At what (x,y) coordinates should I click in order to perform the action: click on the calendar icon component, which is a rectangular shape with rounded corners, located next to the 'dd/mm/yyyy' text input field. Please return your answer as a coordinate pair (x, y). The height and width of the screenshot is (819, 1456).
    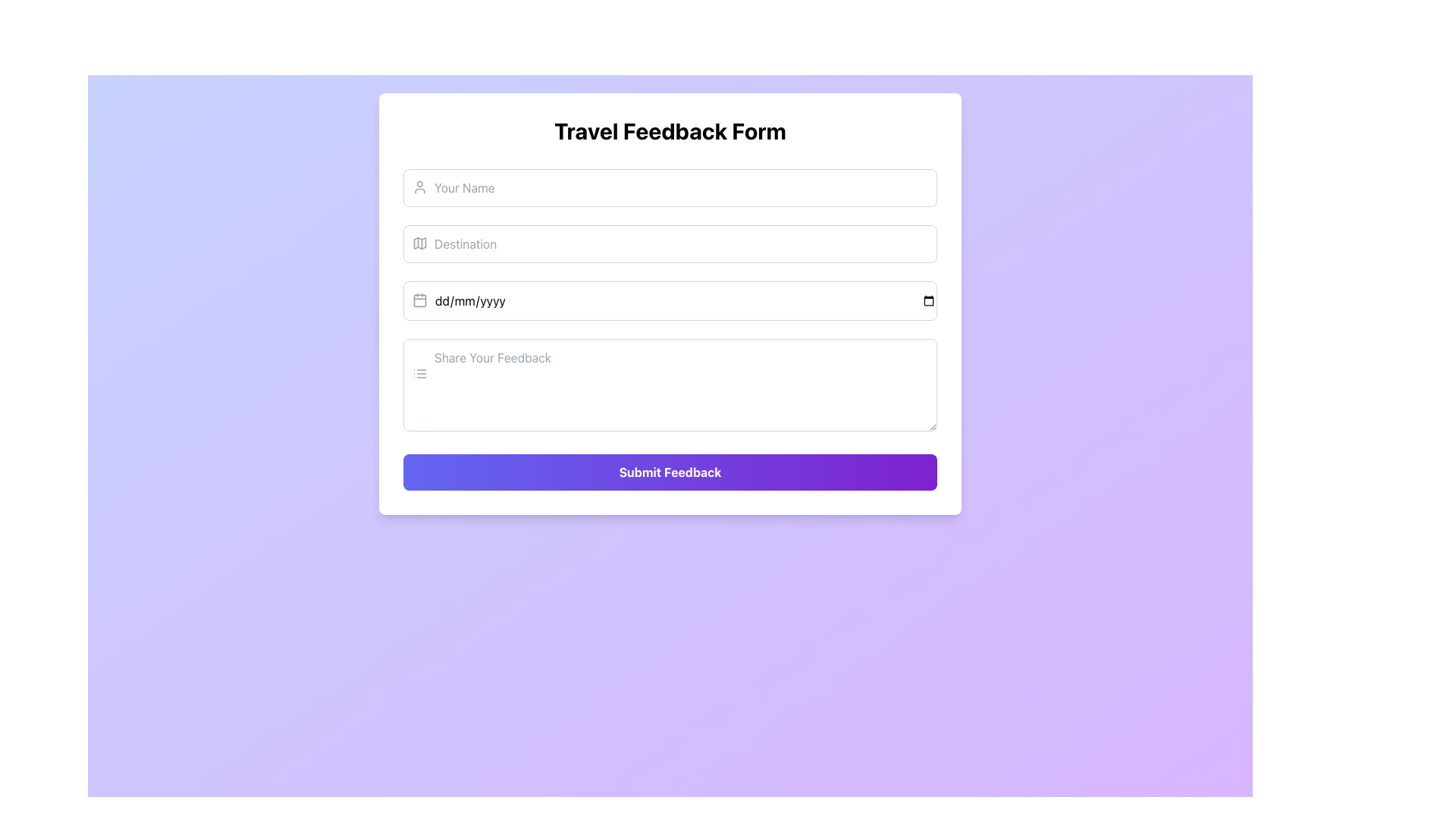
    Looking at the image, I should click on (419, 300).